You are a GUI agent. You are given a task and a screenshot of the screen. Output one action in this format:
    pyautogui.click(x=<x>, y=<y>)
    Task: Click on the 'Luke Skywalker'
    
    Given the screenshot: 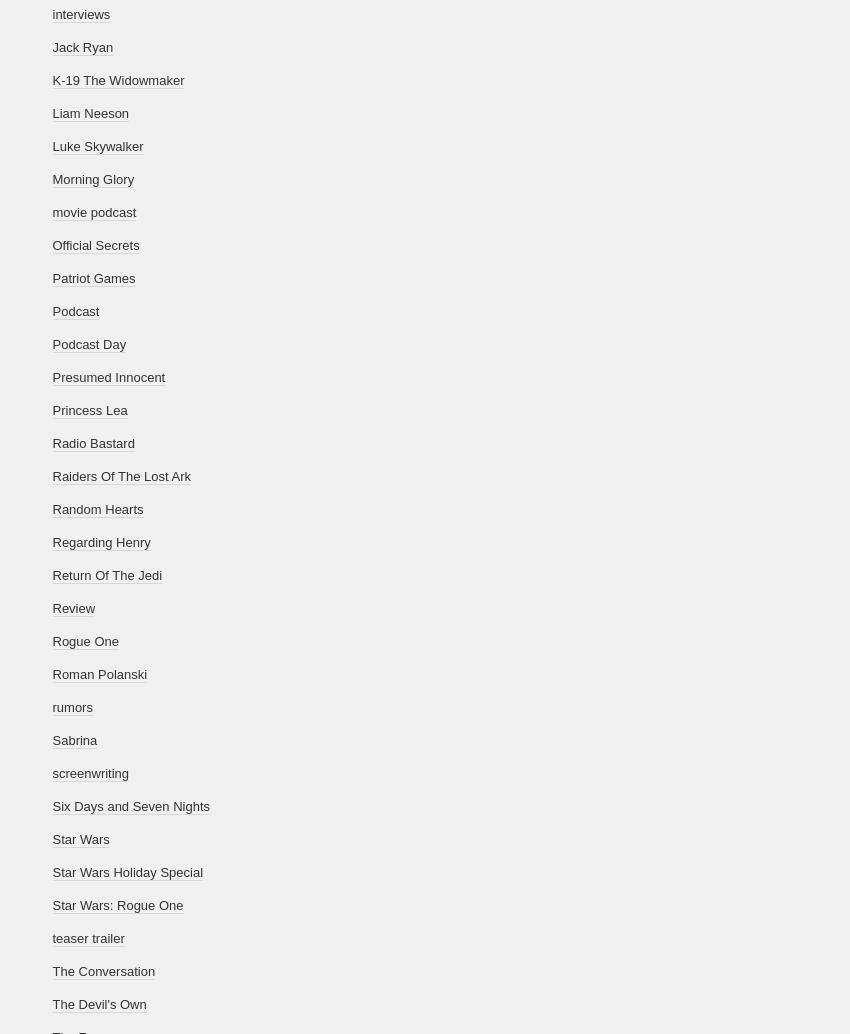 What is the action you would take?
    pyautogui.click(x=96, y=146)
    